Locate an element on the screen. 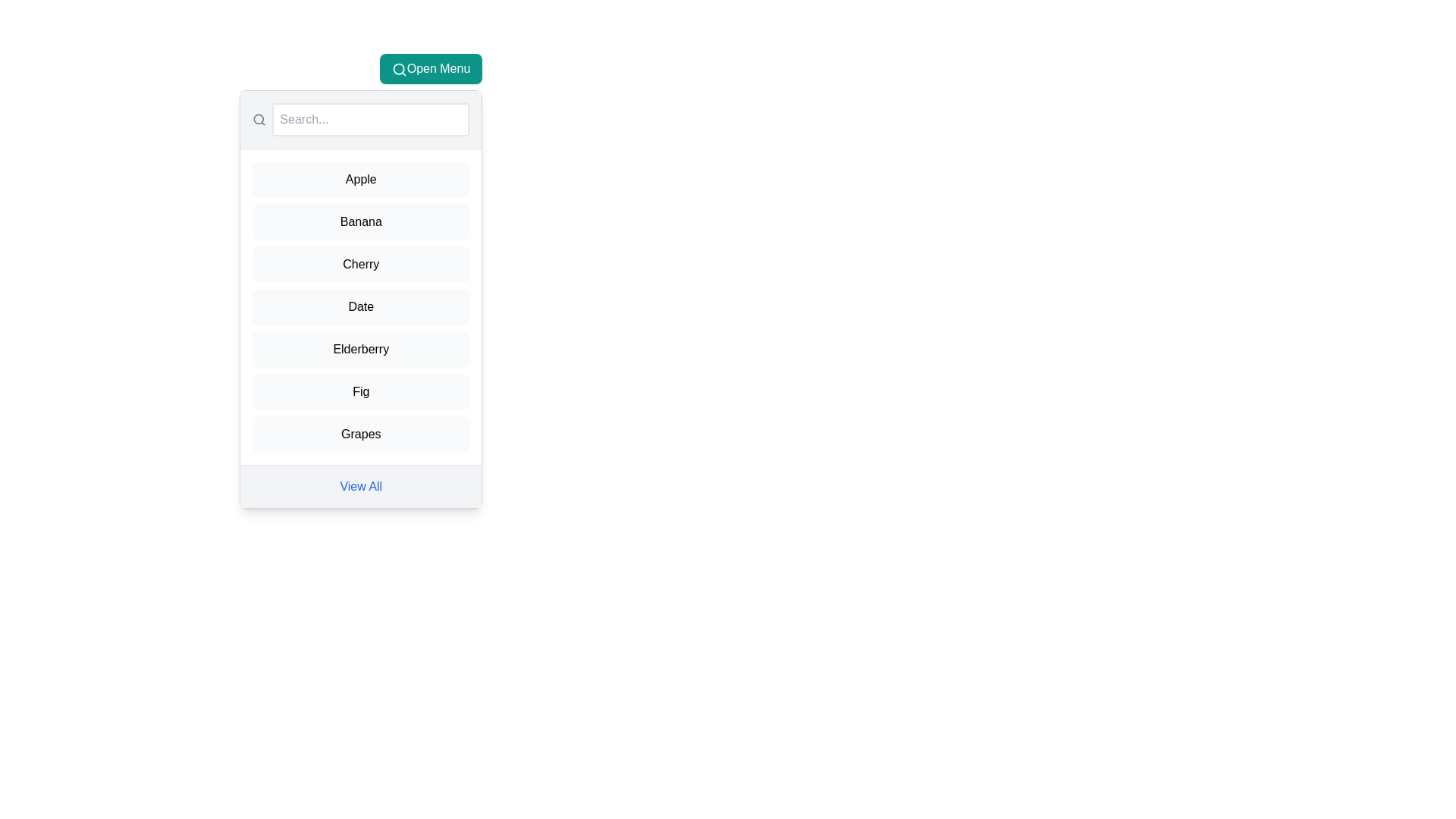  the magnifying glass icon, which is styled with a thin grey stroke and positioned to the left of the text input field that says 'Search...' is located at coordinates (259, 119).